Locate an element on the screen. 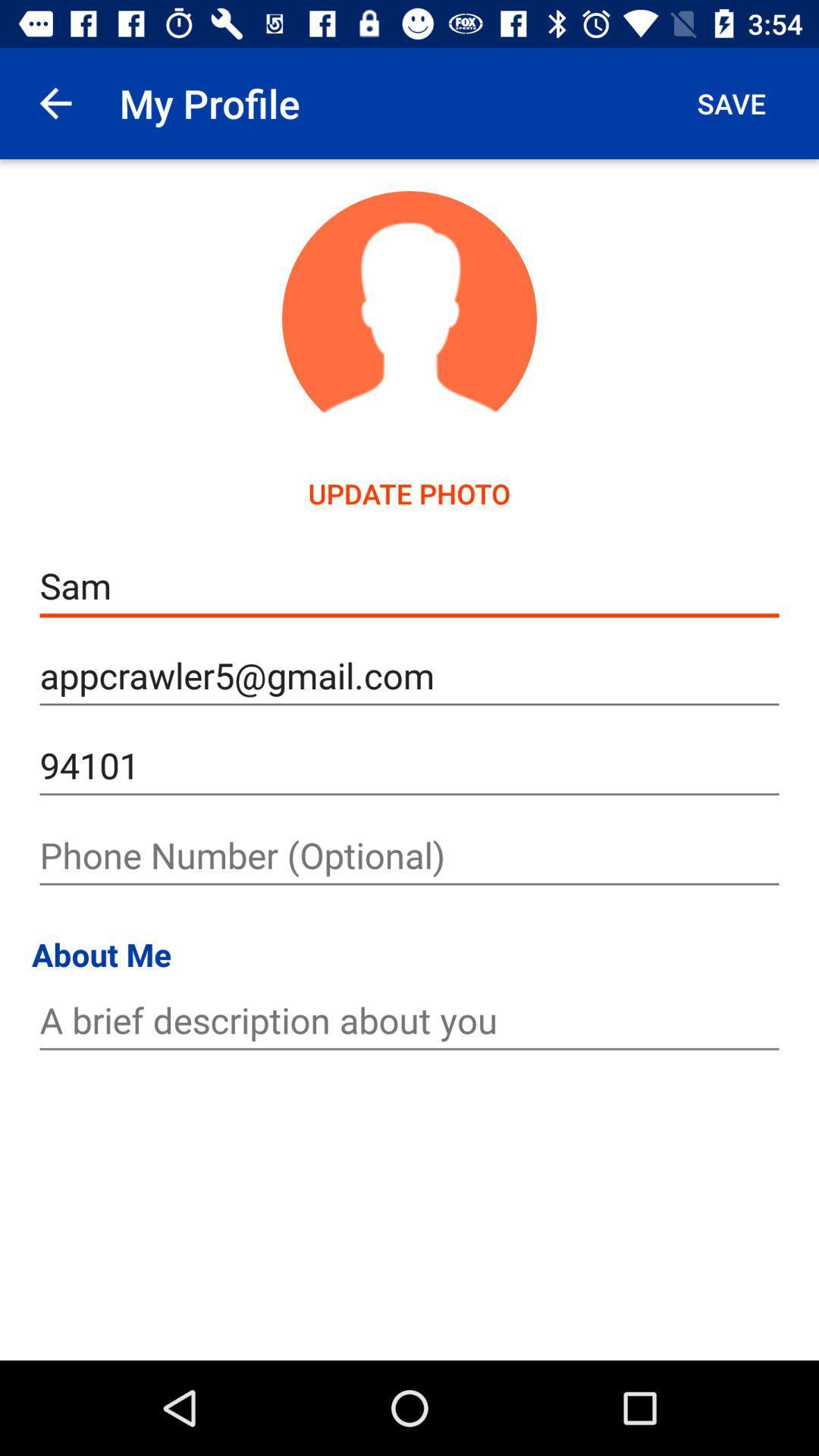 This screenshot has width=819, height=1456. appcrawler5@gmail.com icon is located at coordinates (409, 675).